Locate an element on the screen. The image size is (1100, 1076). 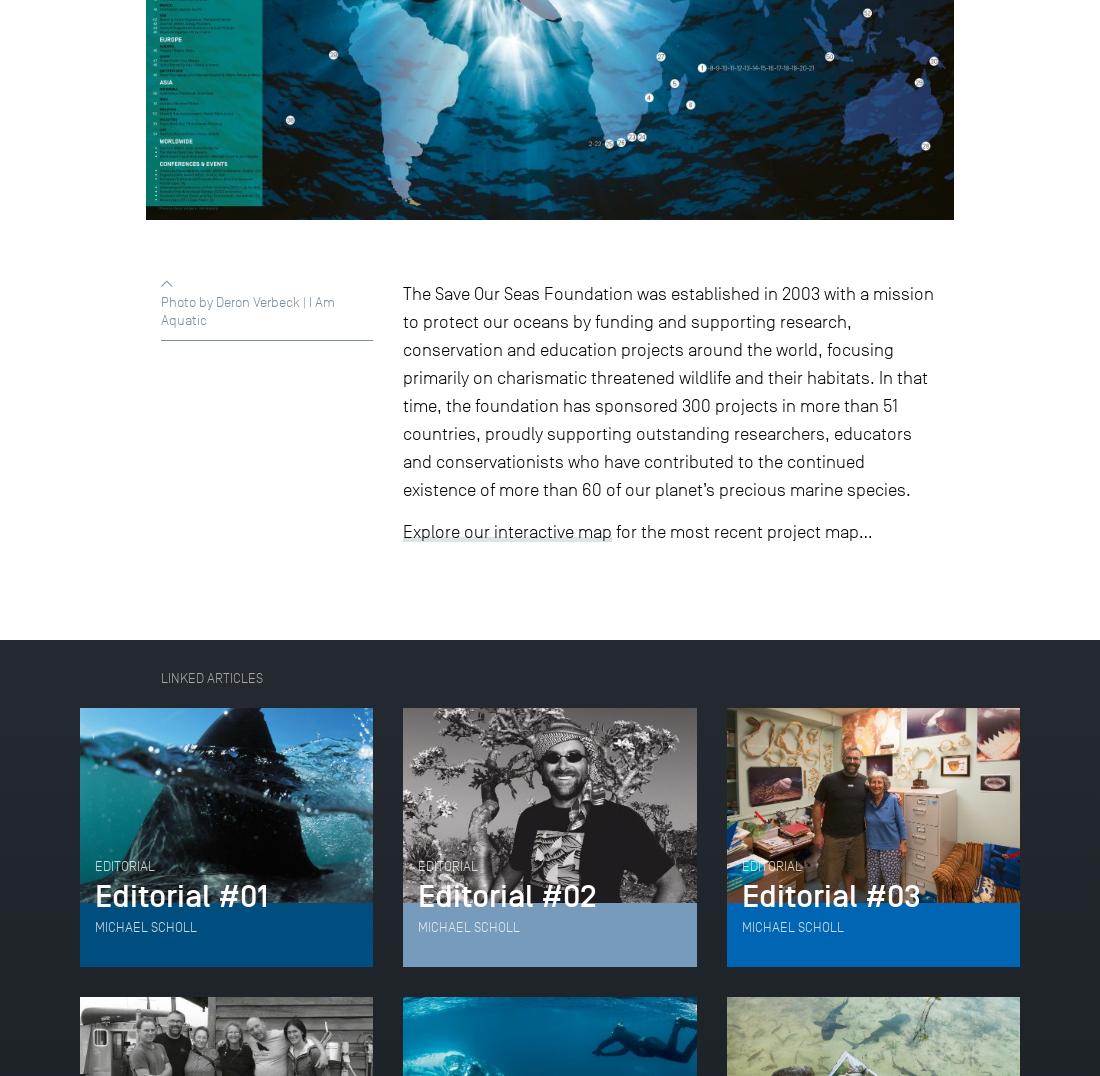
'The Save Our Seas Foundation was established in 2003 with a mission to protect our oceans by funding and supporting research, conservation and education projects around the world, focusing primarily on charismatic threatened wildlife and their habitats. In that time, the foundation has sponsored 300 projects in more than 51 countries, proudly supporting outstanding researchers, educators and conservationists who have contributed to the continued existence of more than 60 of our planet’s precious marine species.' is located at coordinates (668, 390).